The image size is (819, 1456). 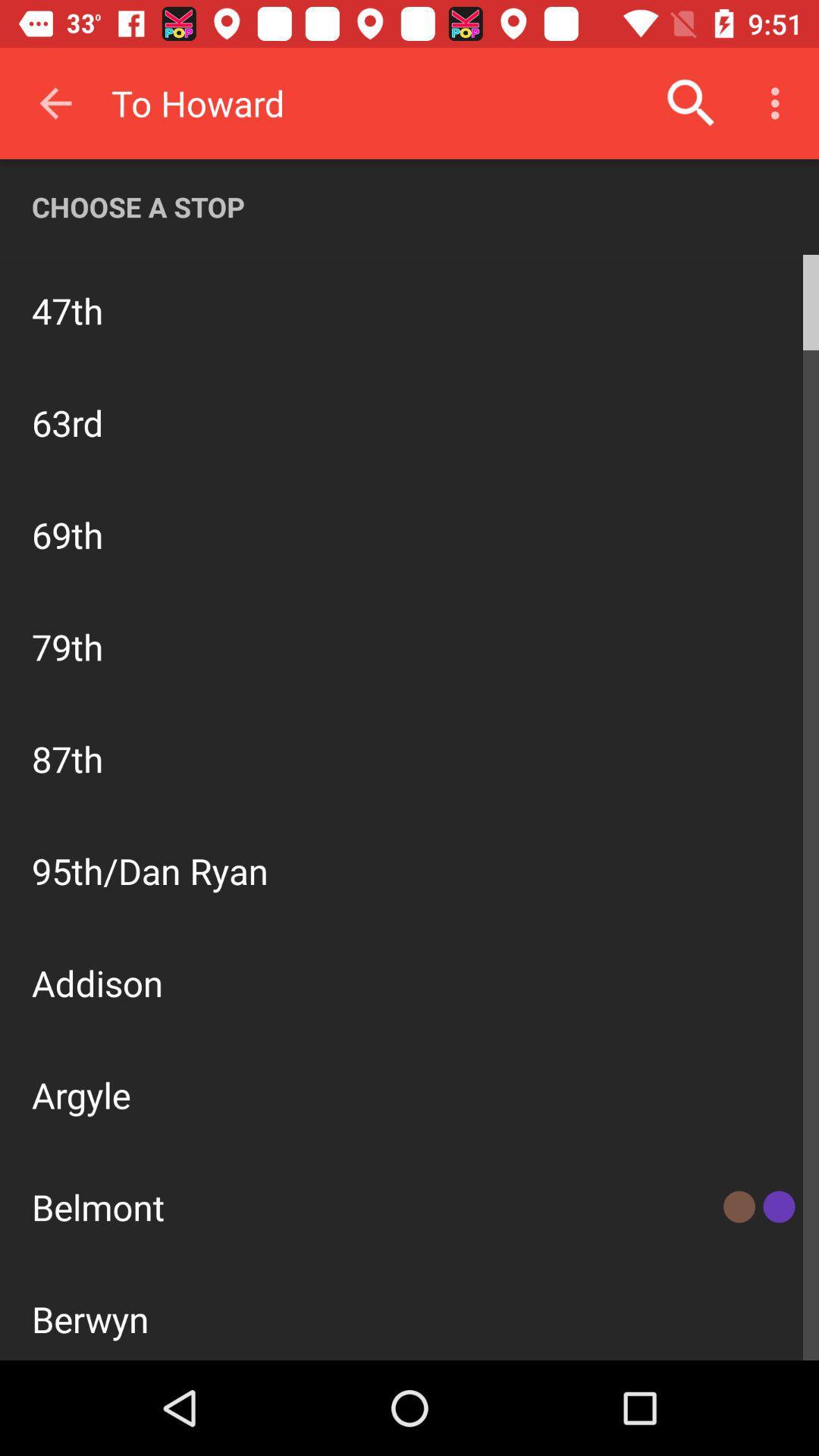 I want to click on all, so click(x=409, y=818).